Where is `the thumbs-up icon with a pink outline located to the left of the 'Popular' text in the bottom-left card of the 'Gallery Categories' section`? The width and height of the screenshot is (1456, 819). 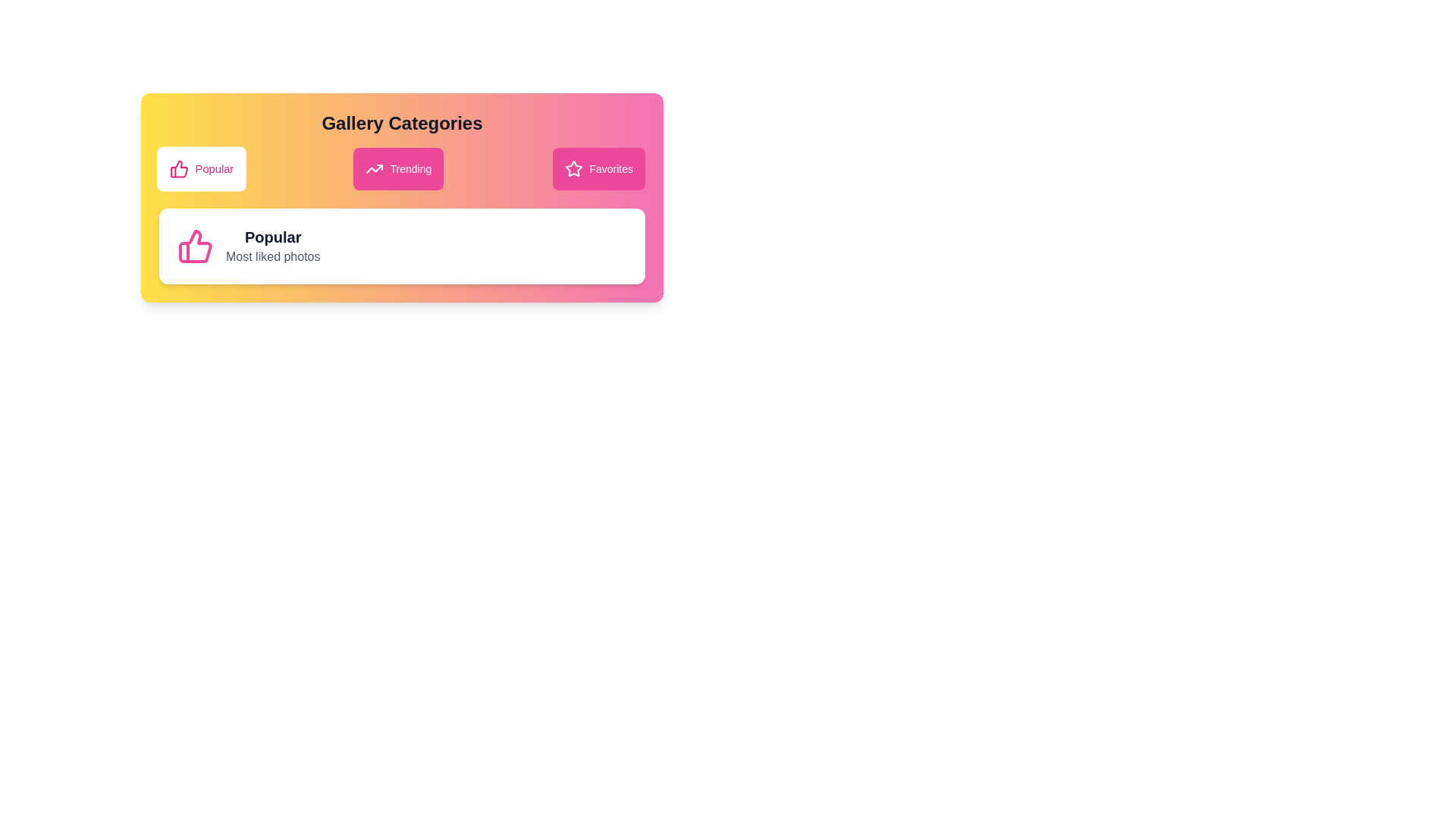 the thumbs-up icon with a pink outline located to the left of the 'Popular' text in the bottom-left card of the 'Gallery Categories' section is located at coordinates (179, 169).